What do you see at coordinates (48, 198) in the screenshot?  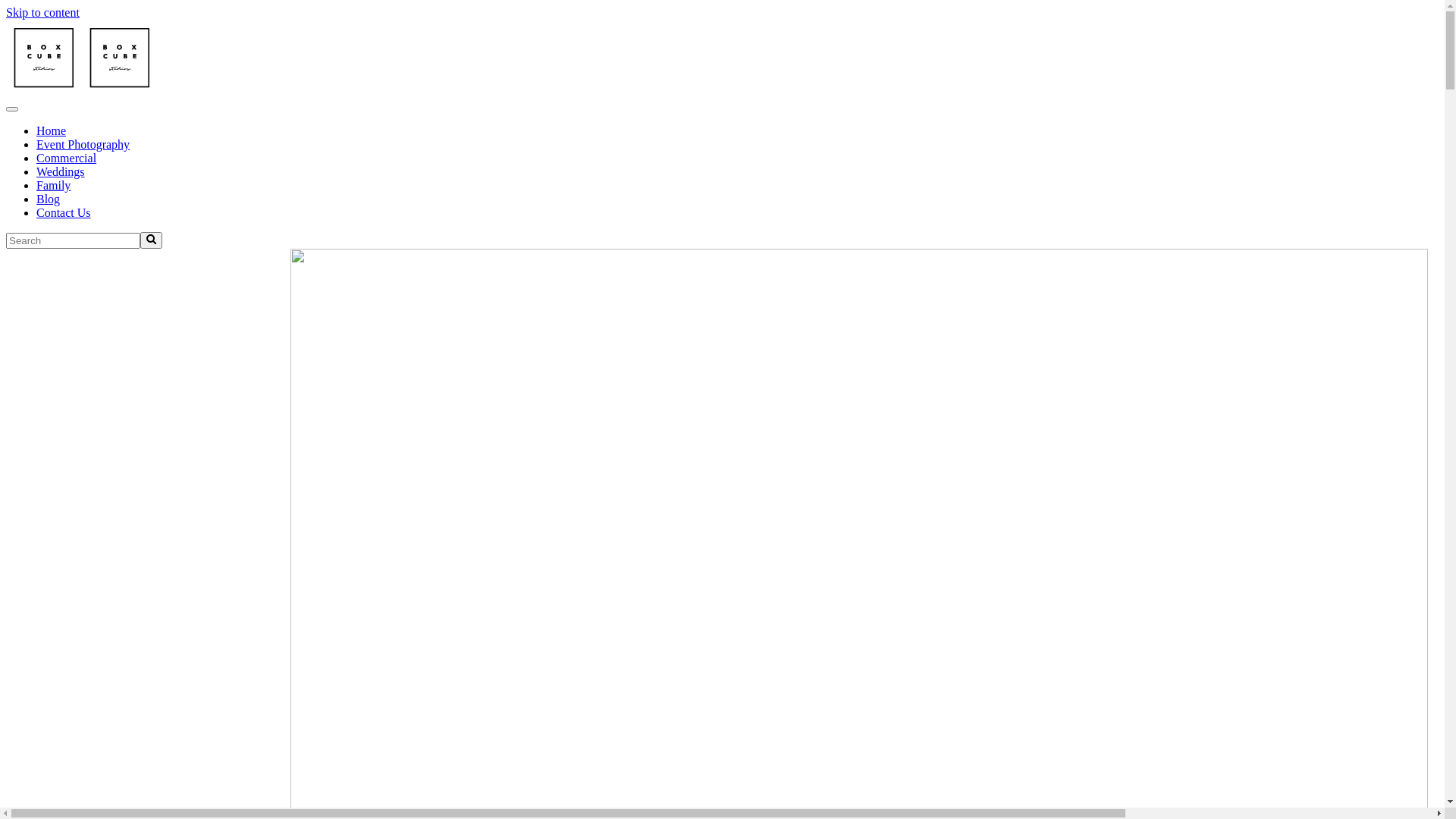 I see `'Blog'` at bounding box center [48, 198].